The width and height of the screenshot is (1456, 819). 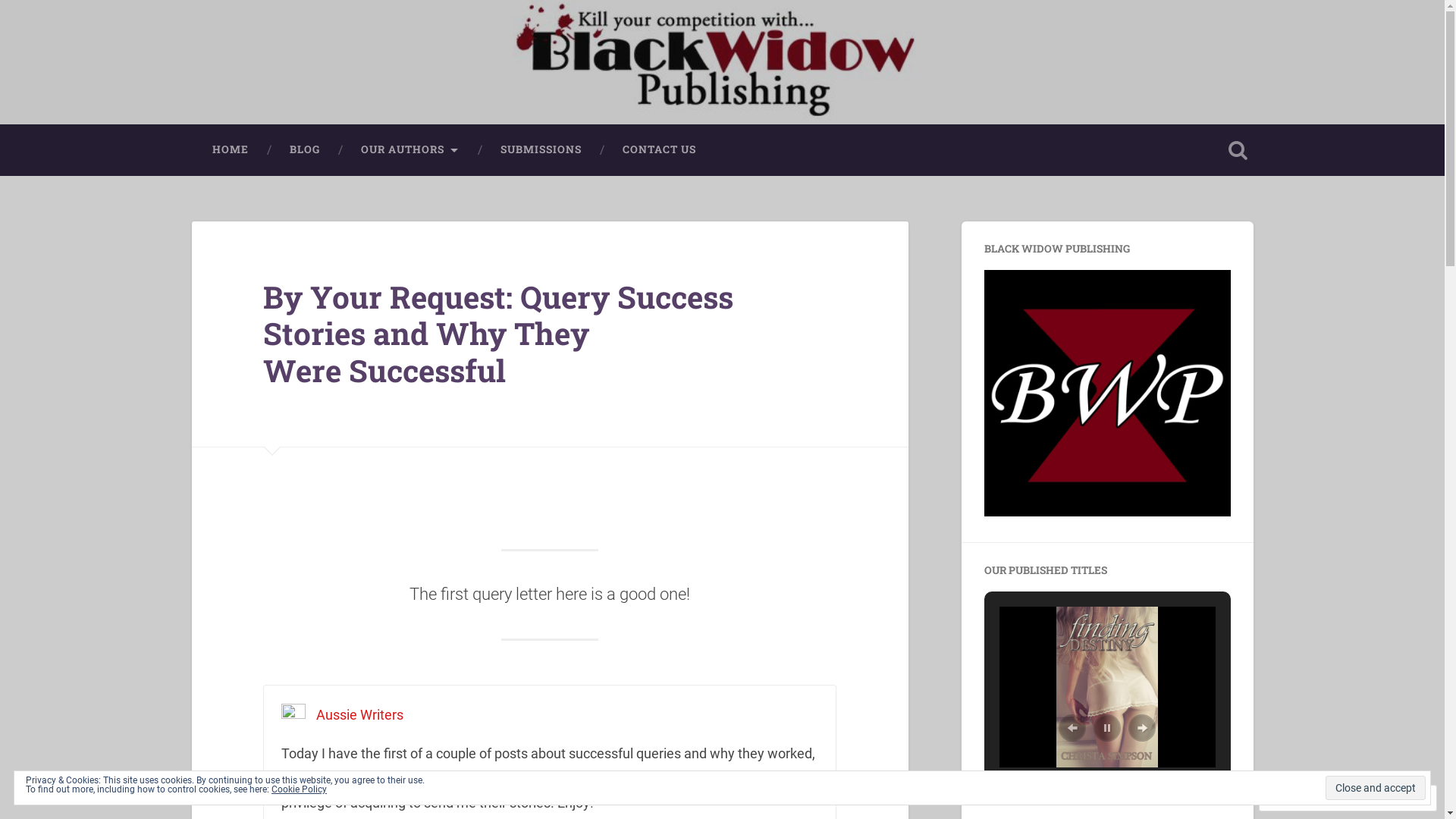 What do you see at coordinates (271, 789) in the screenshot?
I see `'Cookie Policy'` at bounding box center [271, 789].